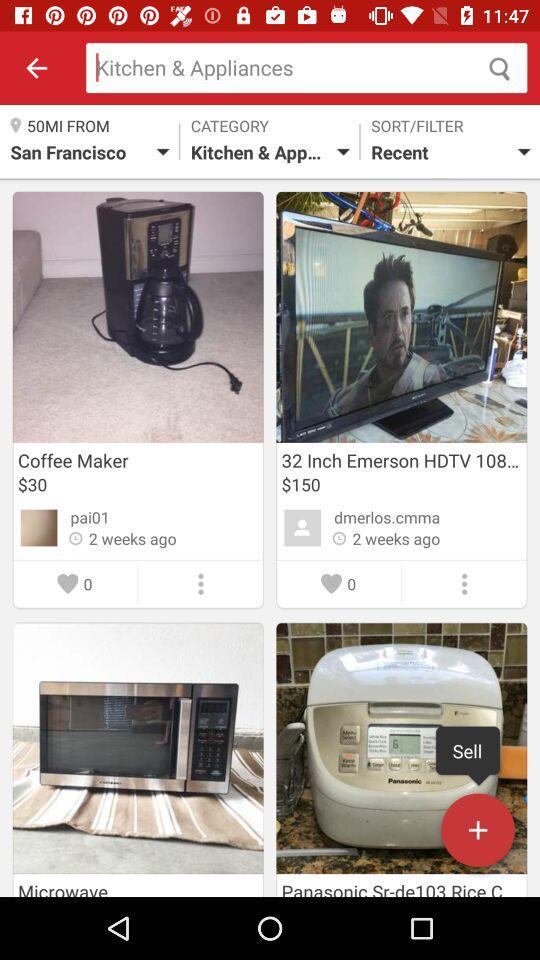 Image resolution: width=540 pixels, height=960 pixels. I want to click on icon below the $30 item, so click(89, 516).